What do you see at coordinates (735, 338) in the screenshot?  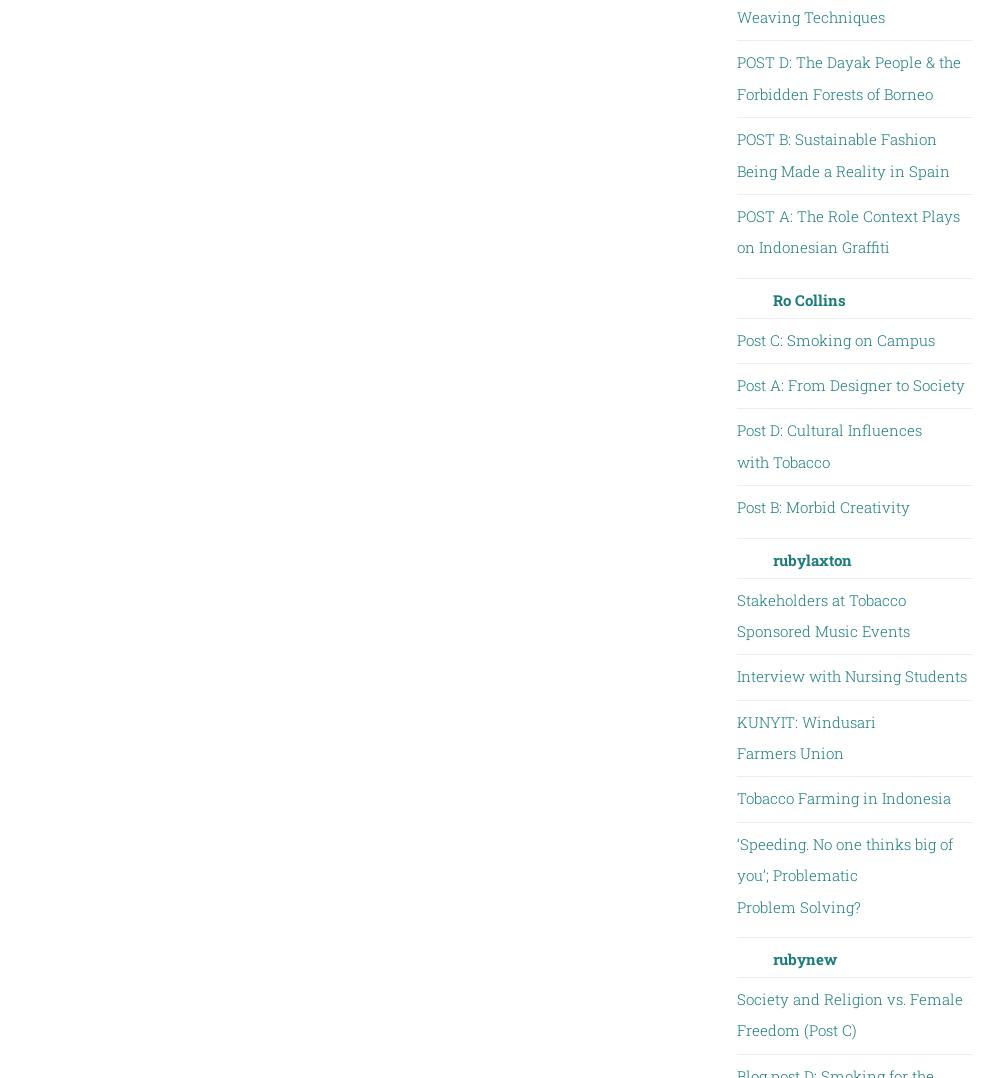 I see `'Post C: Smoking on Campus'` at bounding box center [735, 338].